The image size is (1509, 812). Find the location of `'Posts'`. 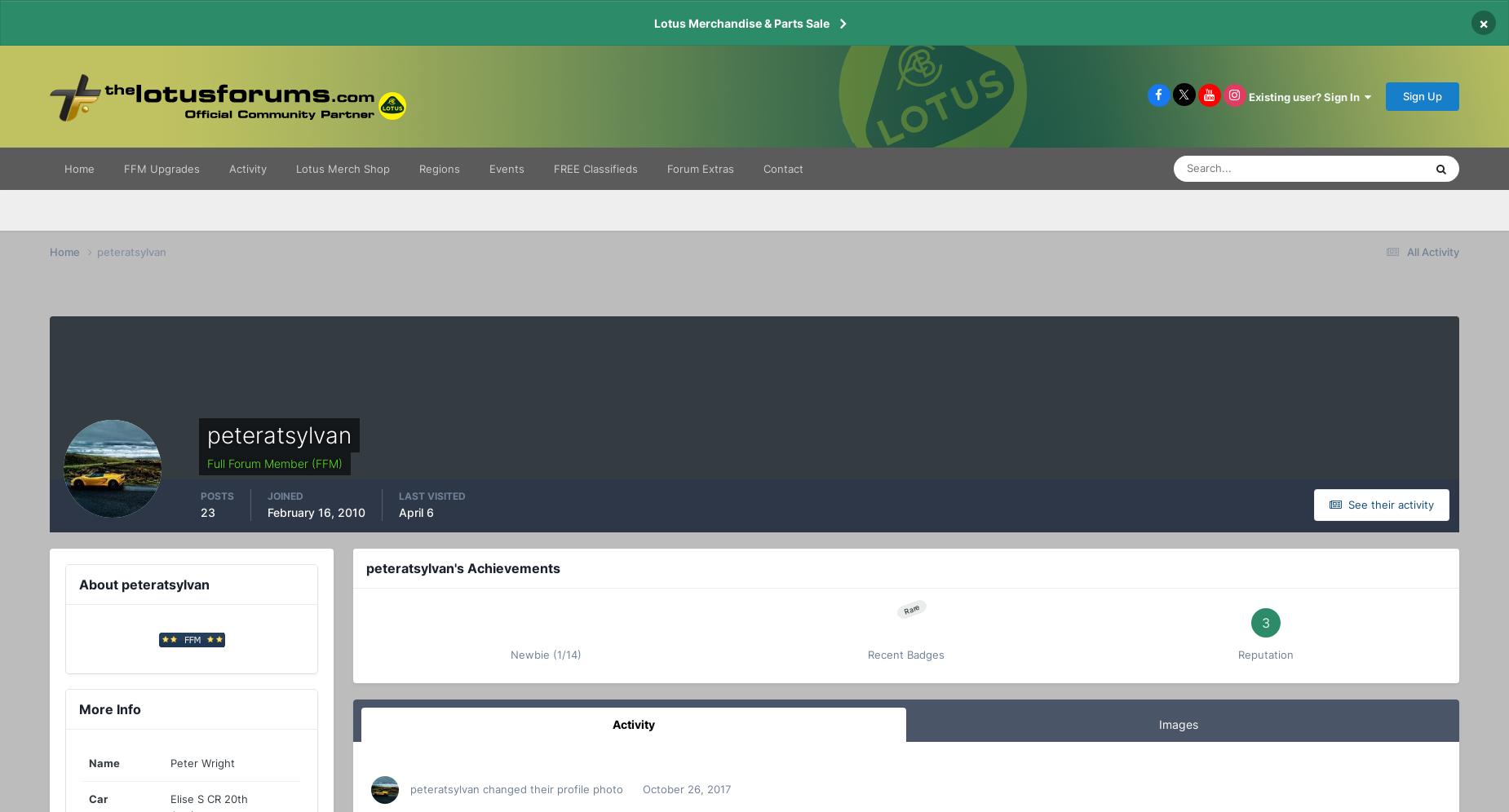

'Posts' is located at coordinates (216, 496).